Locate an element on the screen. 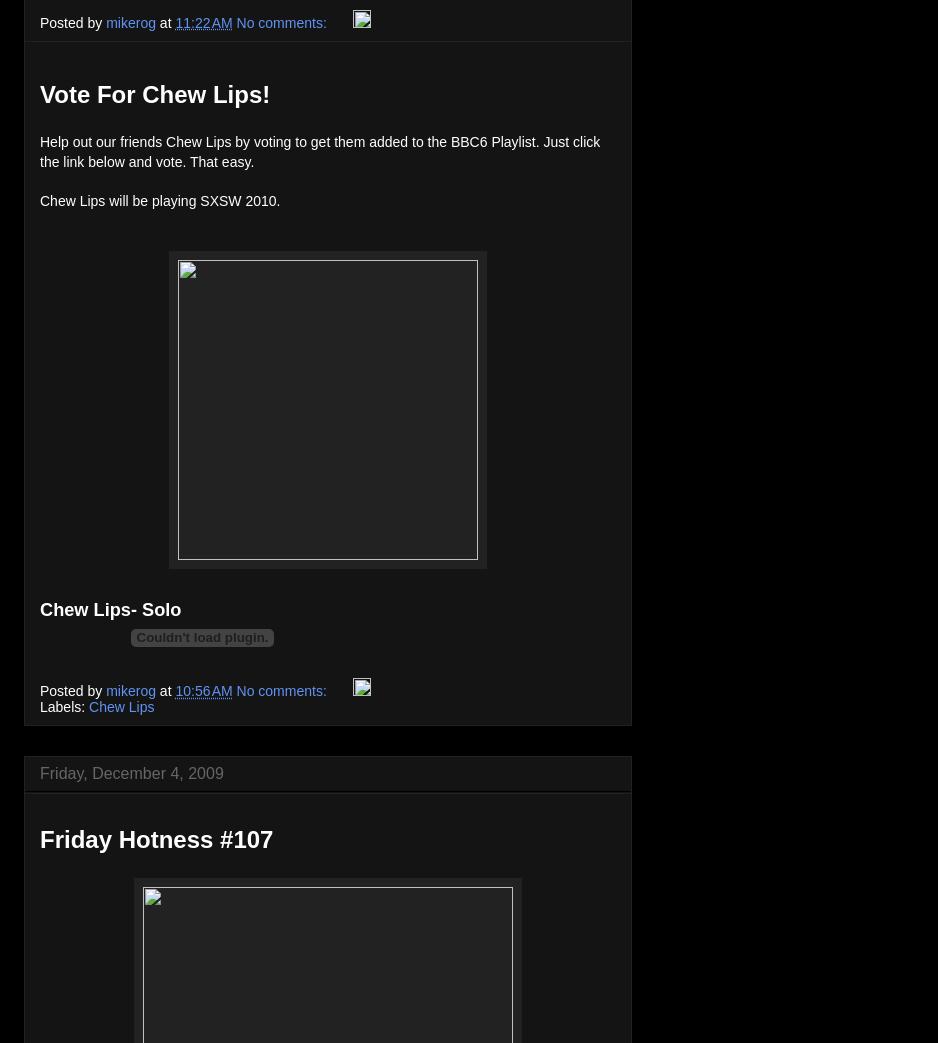 The height and width of the screenshot is (1043, 938). '10:56 AM' is located at coordinates (203, 690).